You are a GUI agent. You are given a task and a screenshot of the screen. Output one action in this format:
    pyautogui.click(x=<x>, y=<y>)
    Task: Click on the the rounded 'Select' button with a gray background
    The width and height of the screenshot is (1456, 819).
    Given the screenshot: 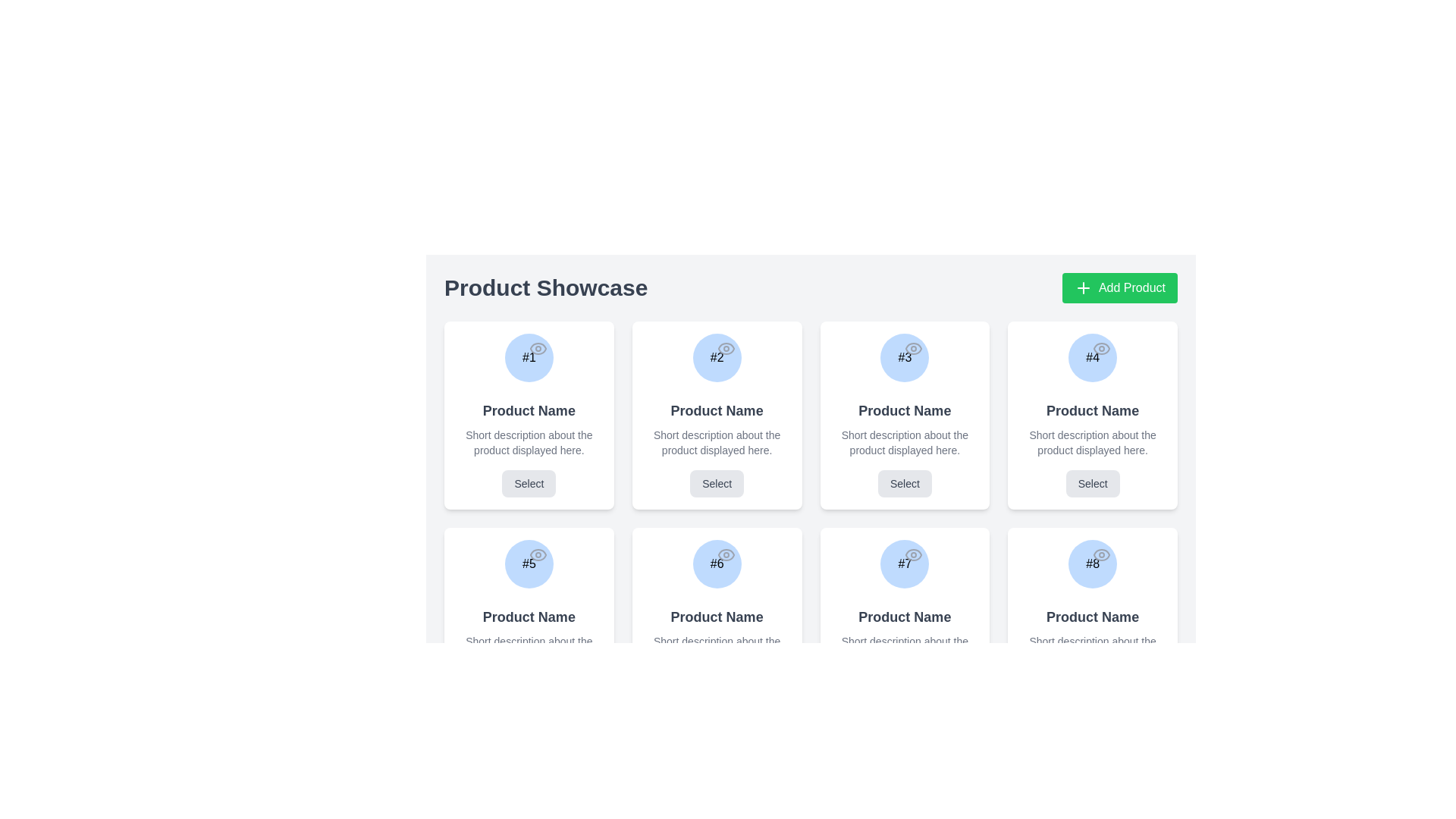 What is the action you would take?
    pyautogui.click(x=529, y=483)
    